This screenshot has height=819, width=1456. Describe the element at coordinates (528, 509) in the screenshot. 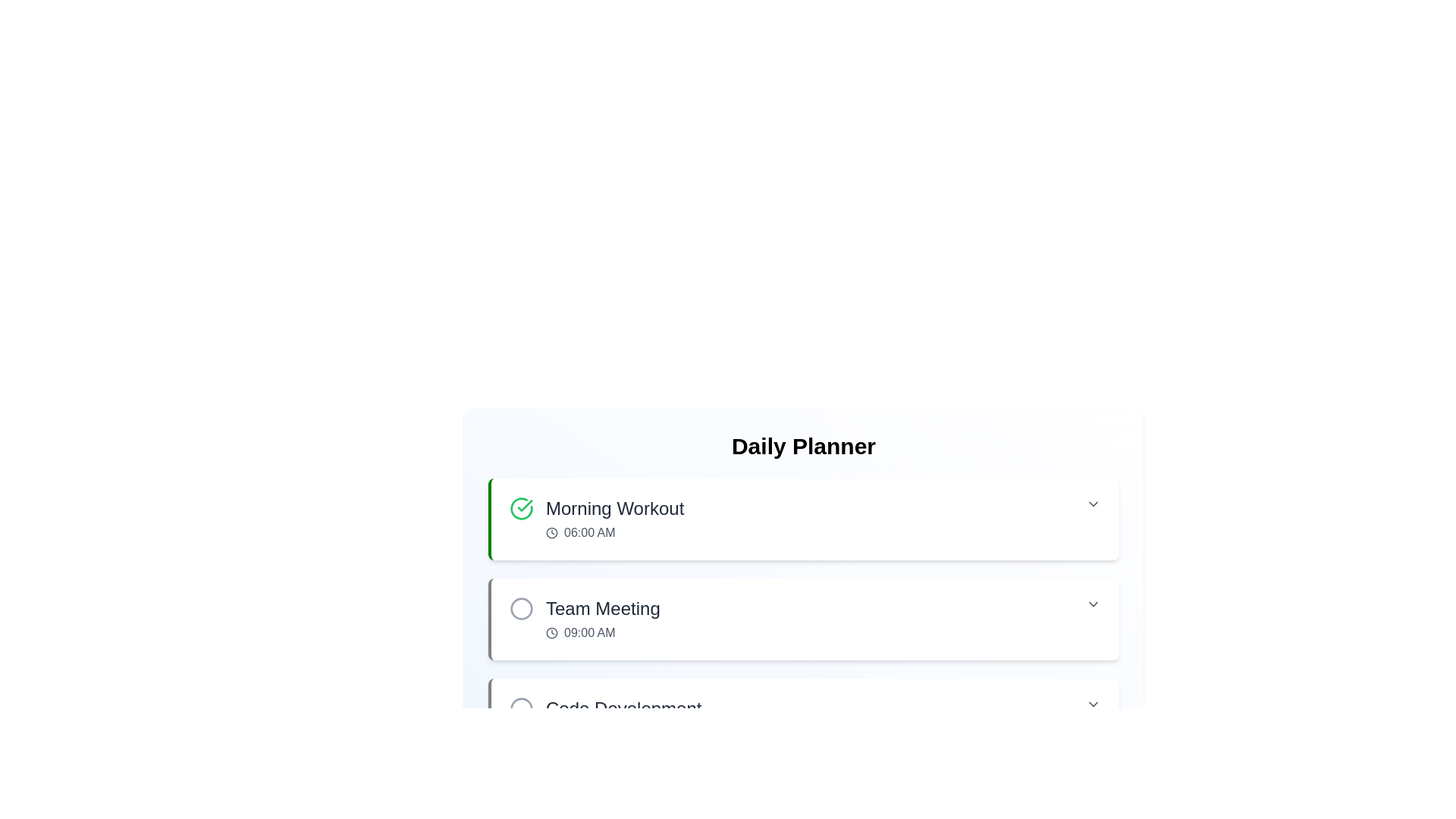

I see `the circular status indicator icon with a green border and checkmark, located to the left of the 'Morning Workout' text within the event details card` at that location.